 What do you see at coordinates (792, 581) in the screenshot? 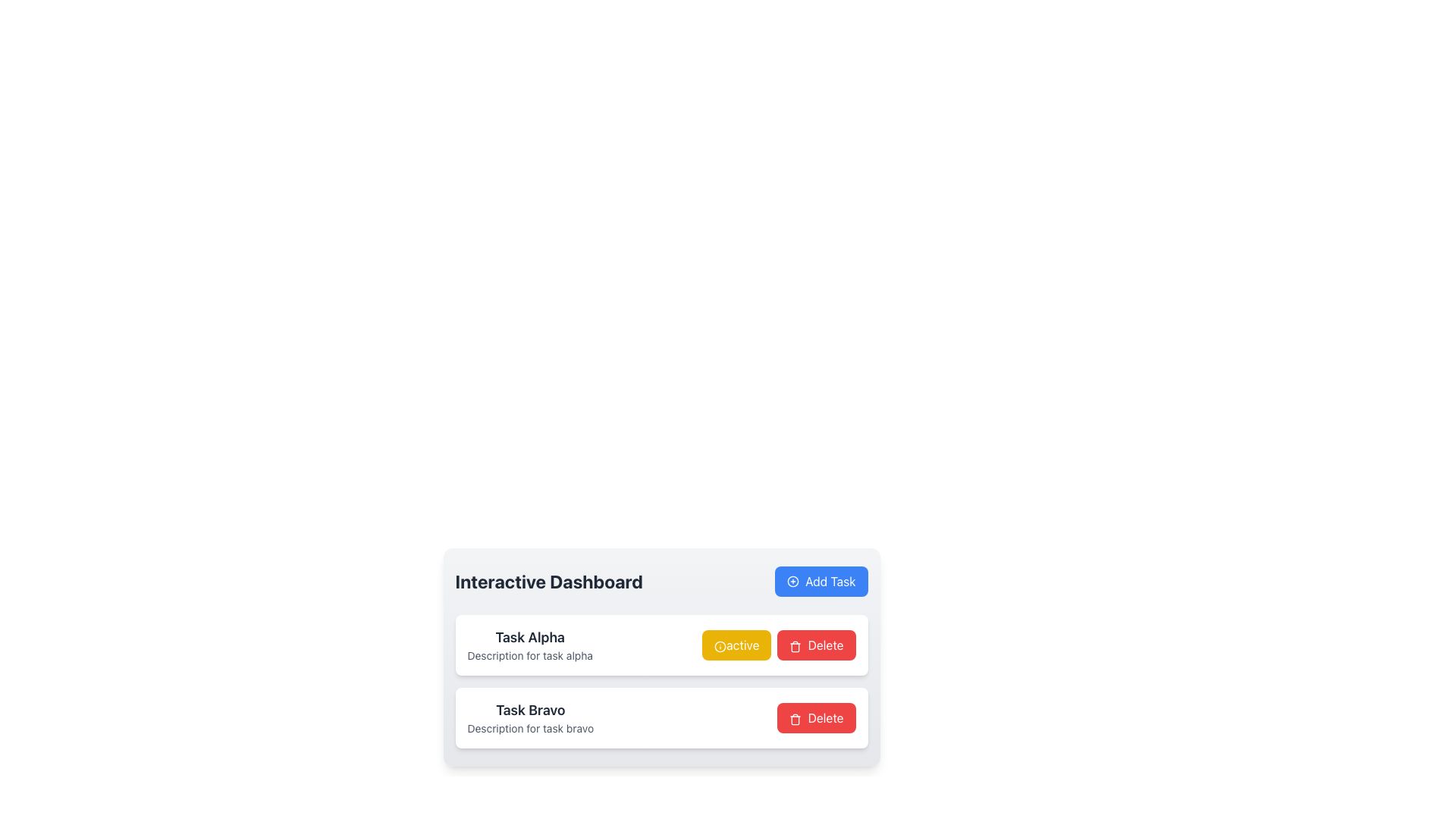
I see `the icon located inside the 'Add Task' button, which is positioned to the left of the text 'Add Task' in the top-right corner of the main content section` at bounding box center [792, 581].